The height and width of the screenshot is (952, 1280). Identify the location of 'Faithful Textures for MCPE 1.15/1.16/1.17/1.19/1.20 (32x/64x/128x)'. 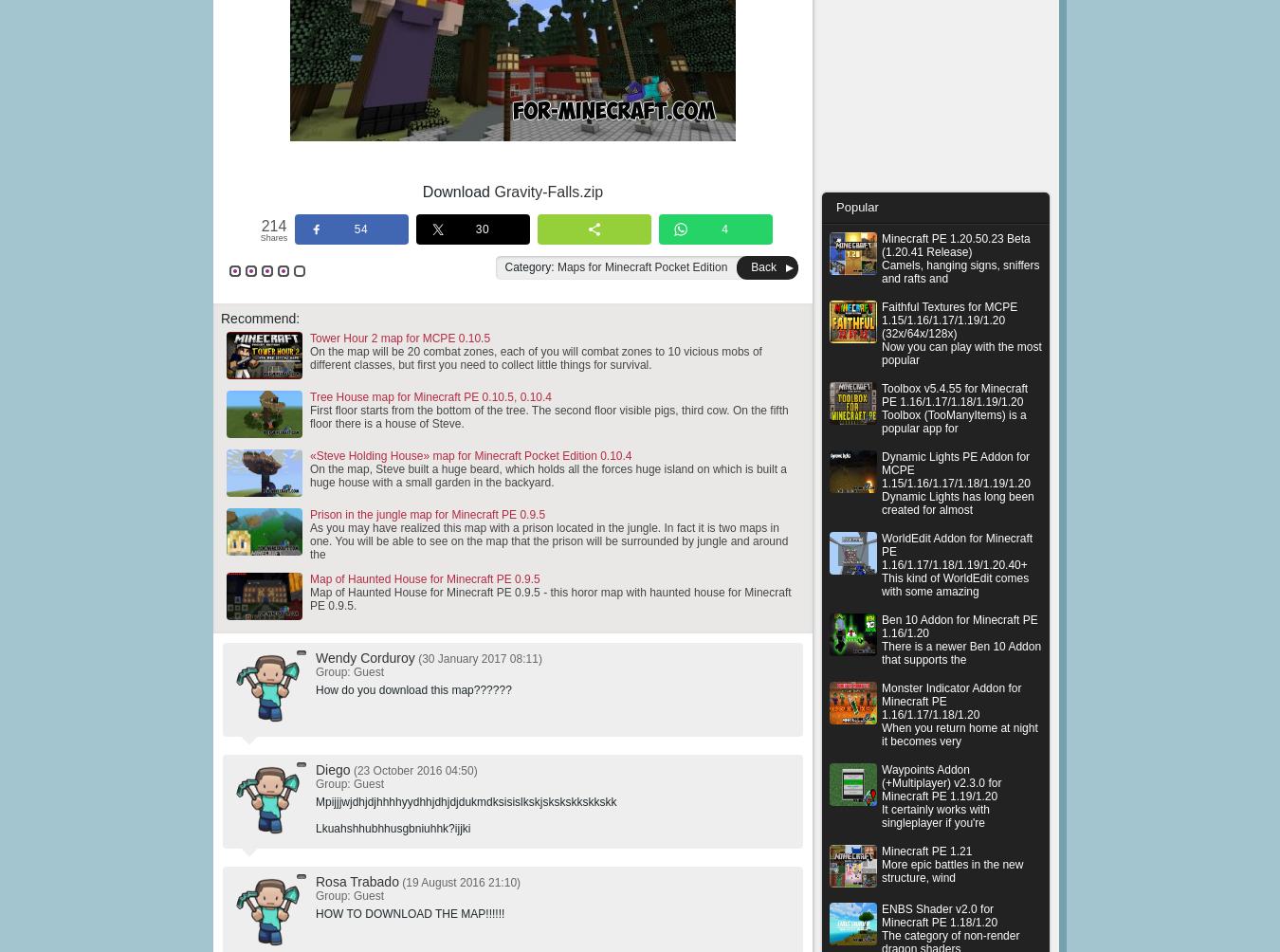
(881, 320).